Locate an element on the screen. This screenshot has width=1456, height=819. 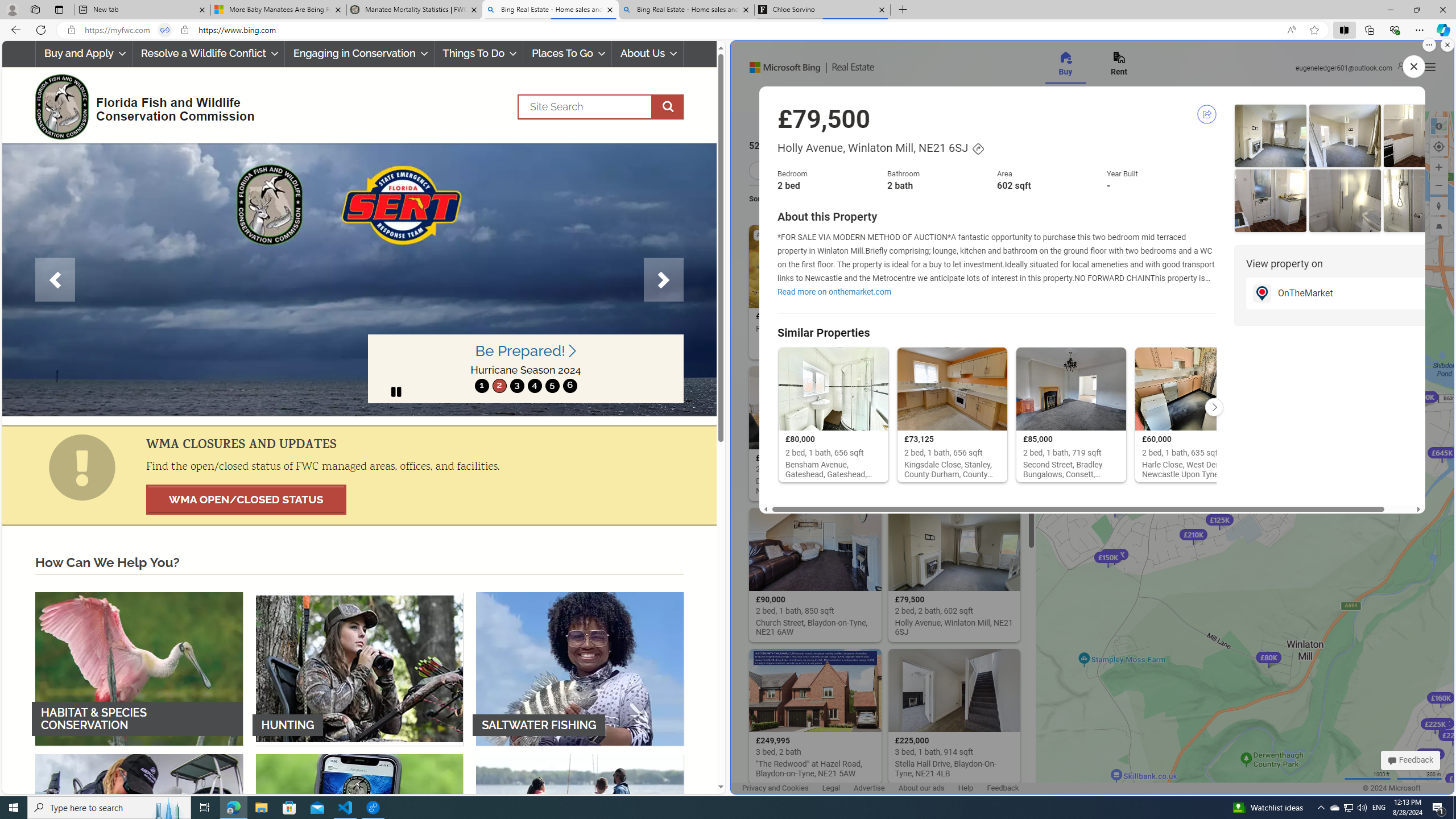
'Be Prepared! ' is located at coordinates (526, 350).